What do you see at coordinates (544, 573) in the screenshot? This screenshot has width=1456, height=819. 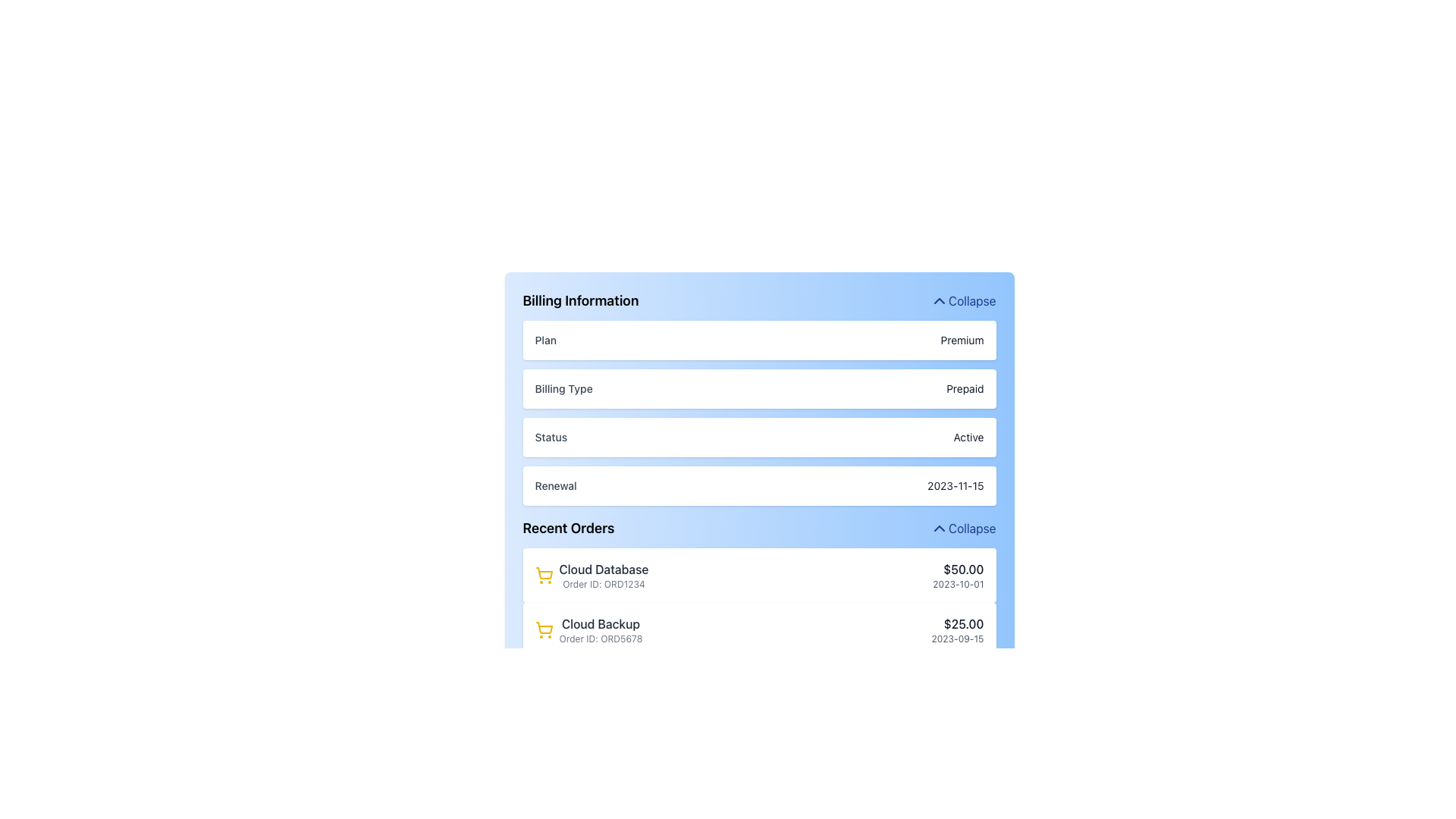 I see `the central geometric shape of the yellow shopping cart icon located next to the Cloud Backup product information under the Recent Orders section` at bounding box center [544, 573].